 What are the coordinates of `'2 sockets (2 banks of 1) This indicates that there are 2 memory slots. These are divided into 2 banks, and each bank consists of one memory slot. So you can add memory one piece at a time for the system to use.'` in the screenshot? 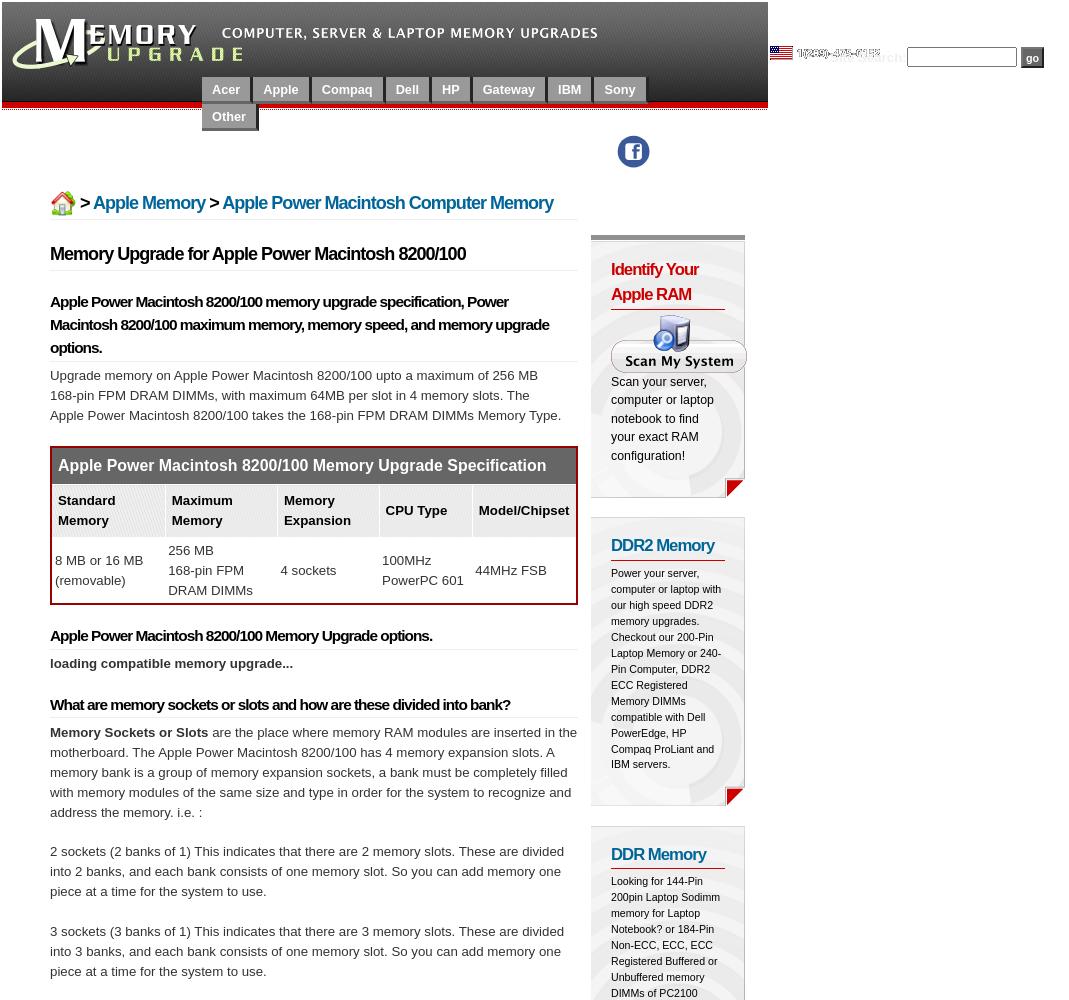 It's located at (49, 870).